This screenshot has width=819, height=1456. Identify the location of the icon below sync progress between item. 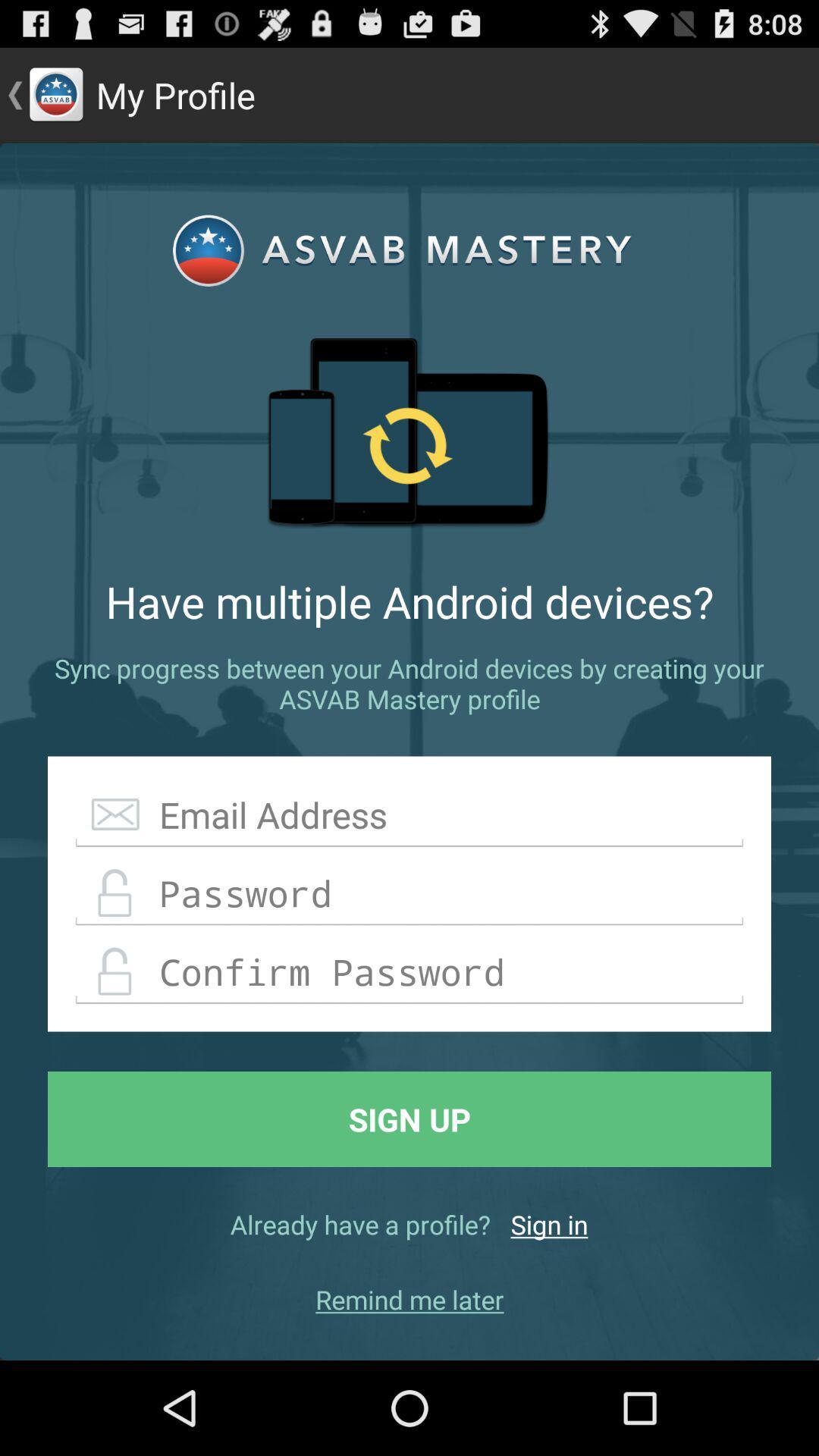
(409, 814).